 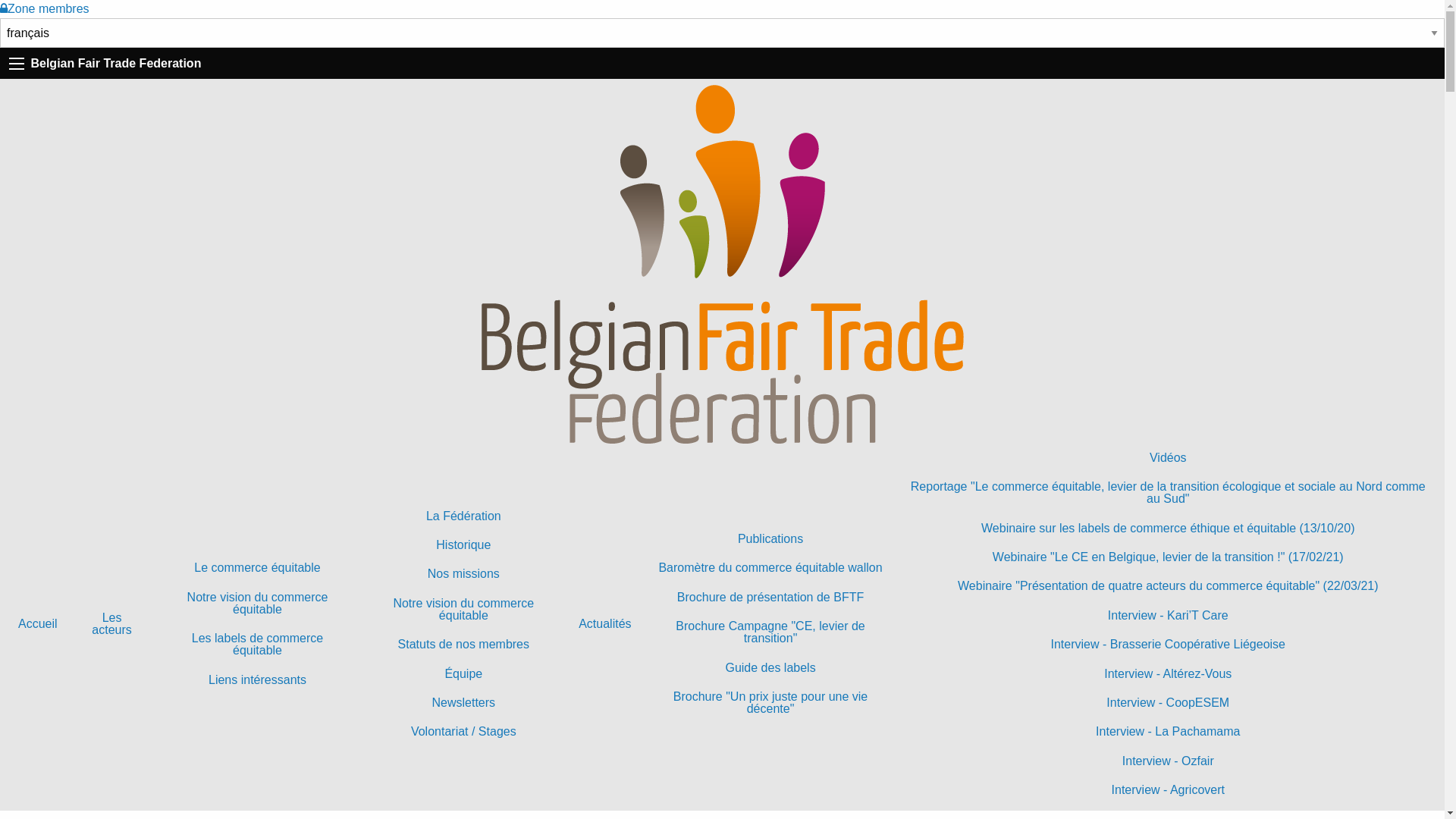 I want to click on 'Zone membres', so click(x=44, y=8).